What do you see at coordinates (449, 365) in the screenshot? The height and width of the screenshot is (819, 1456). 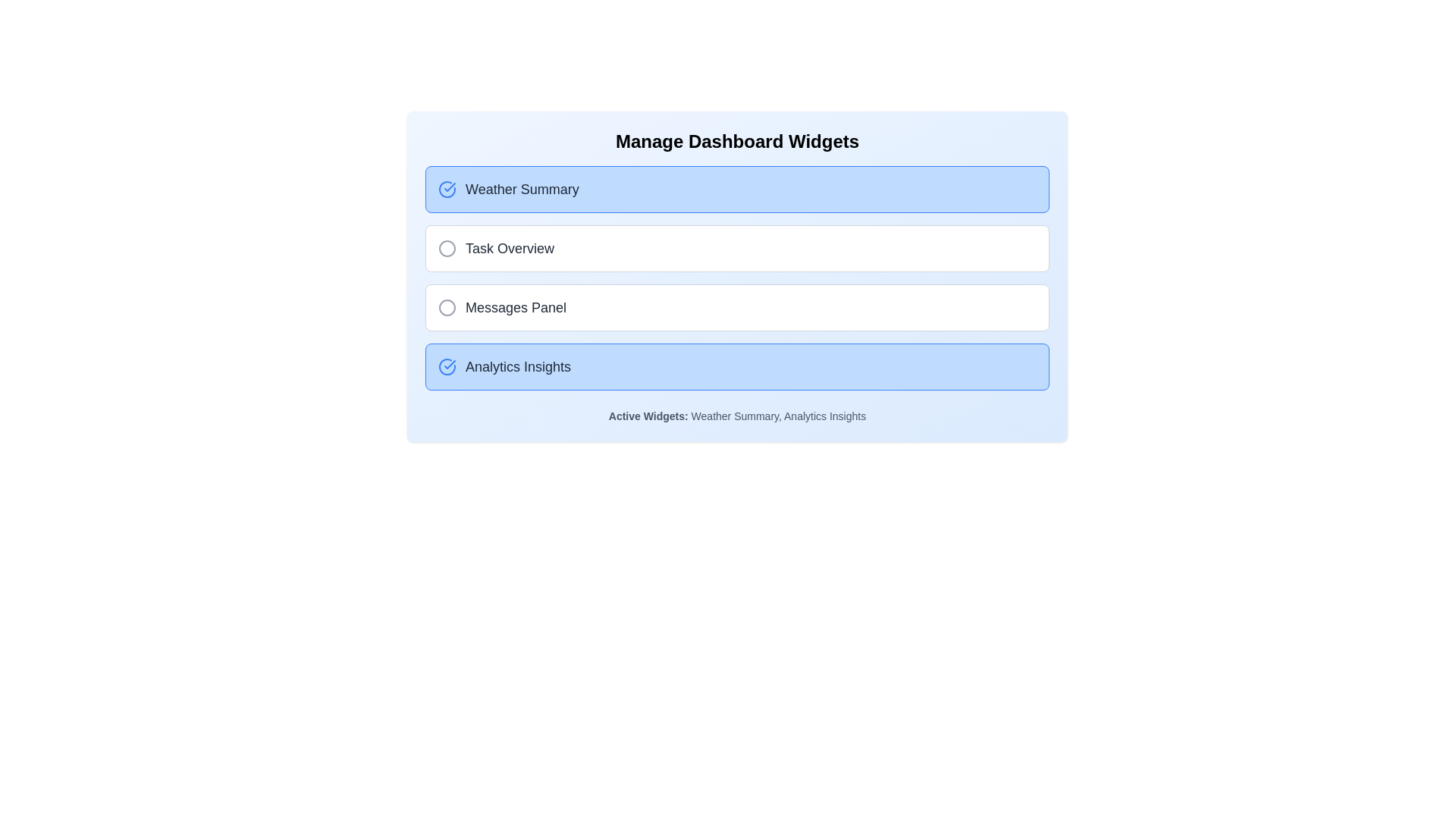 I see `the graphical representation of the Checkmark icon indicating the selection status of the 'Weather Summary' option` at bounding box center [449, 365].